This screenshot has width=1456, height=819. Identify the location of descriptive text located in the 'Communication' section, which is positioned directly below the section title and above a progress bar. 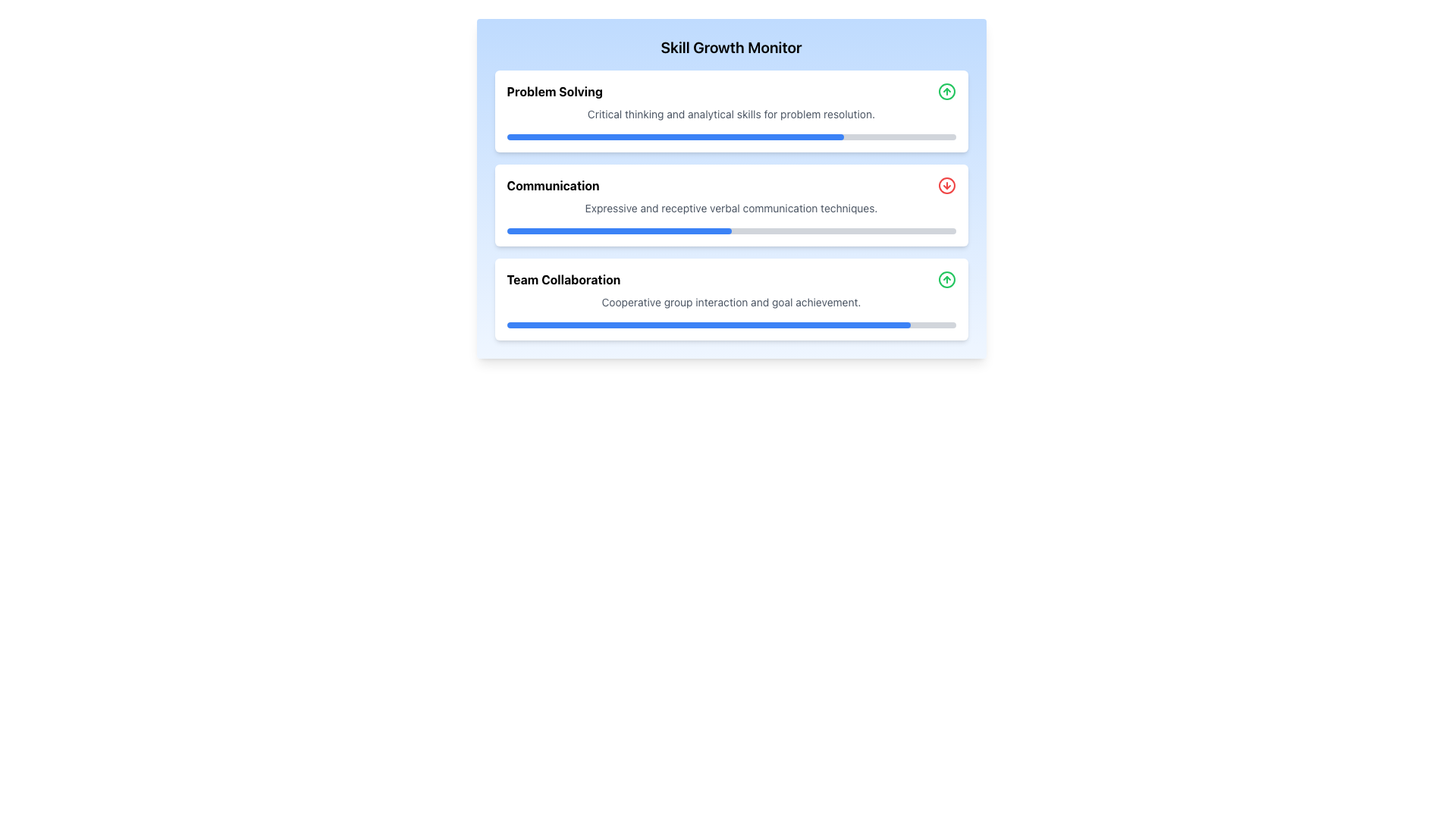
(731, 208).